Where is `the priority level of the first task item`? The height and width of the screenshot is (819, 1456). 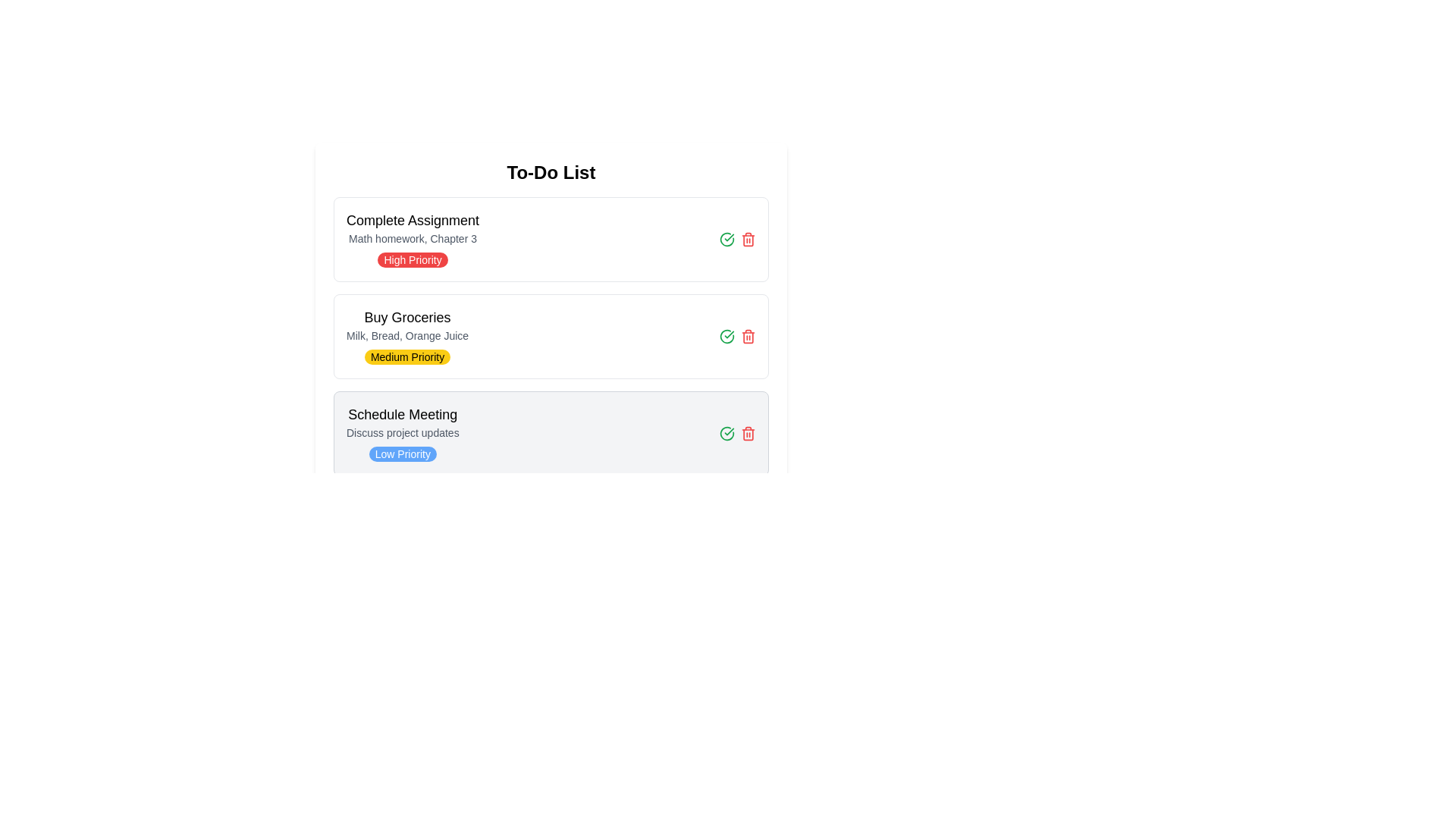 the priority level of the first task item is located at coordinates (550, 239).